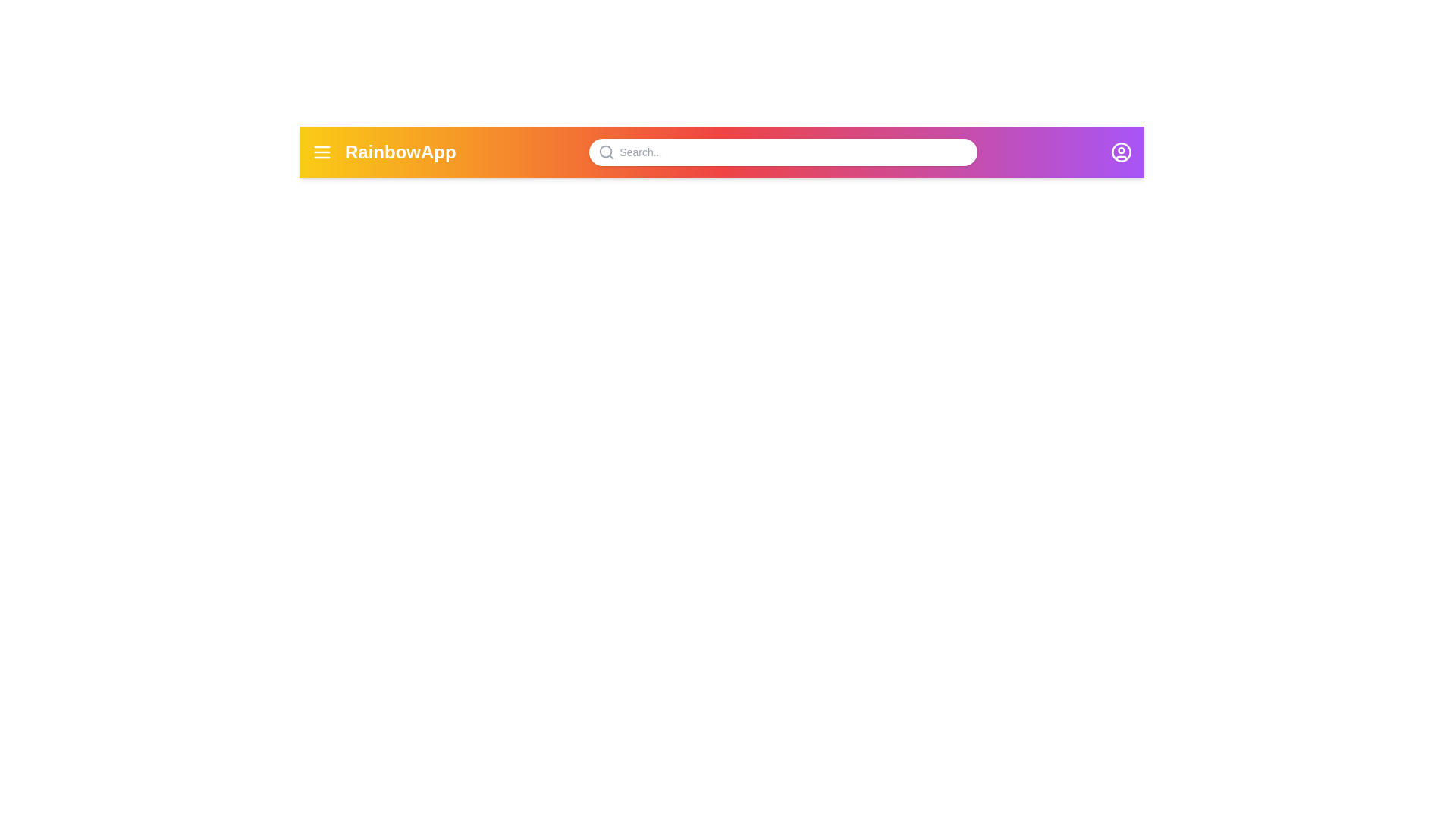  Describe the element at coordinates (1121, 152) in the screenshot. I see `the user profile icon` at that location.